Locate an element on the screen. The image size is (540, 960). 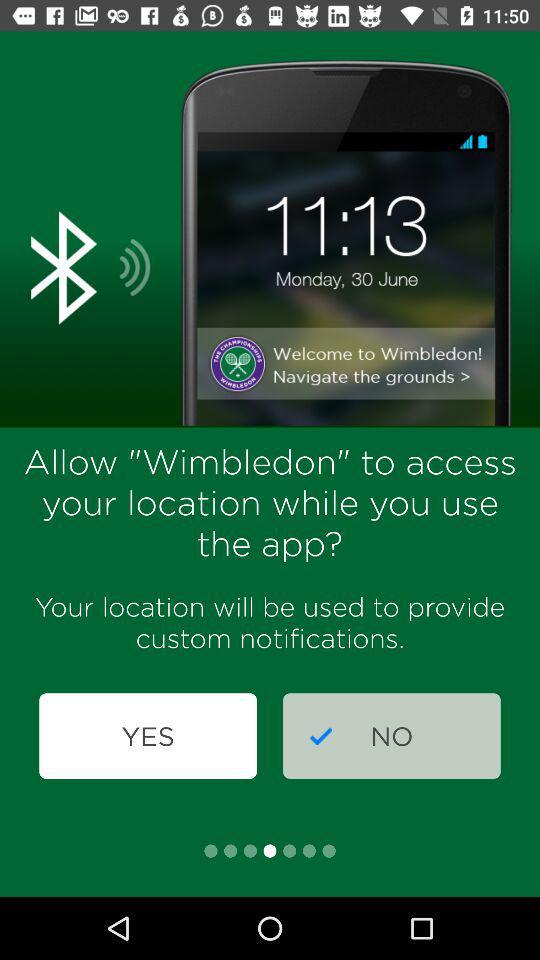
the item next to the no icon is located at coordinates (147, 735).